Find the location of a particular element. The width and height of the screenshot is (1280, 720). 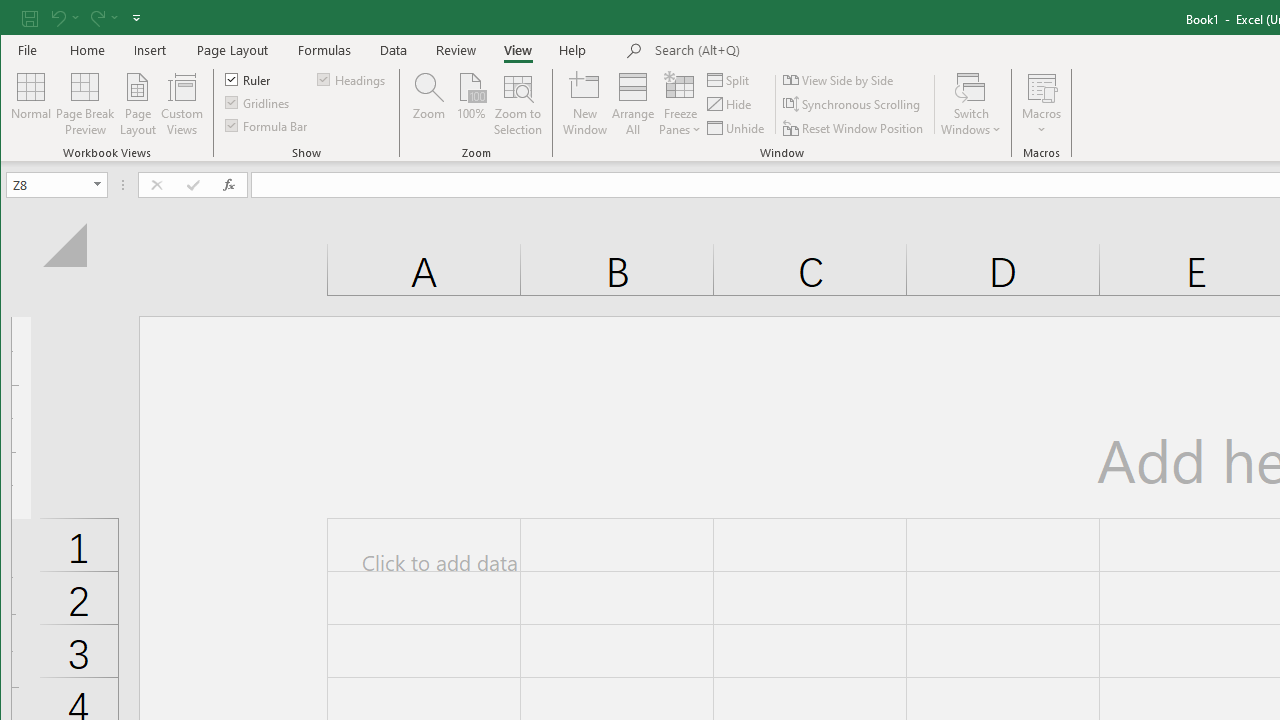

'100%' is located at coordinates (470, 104).